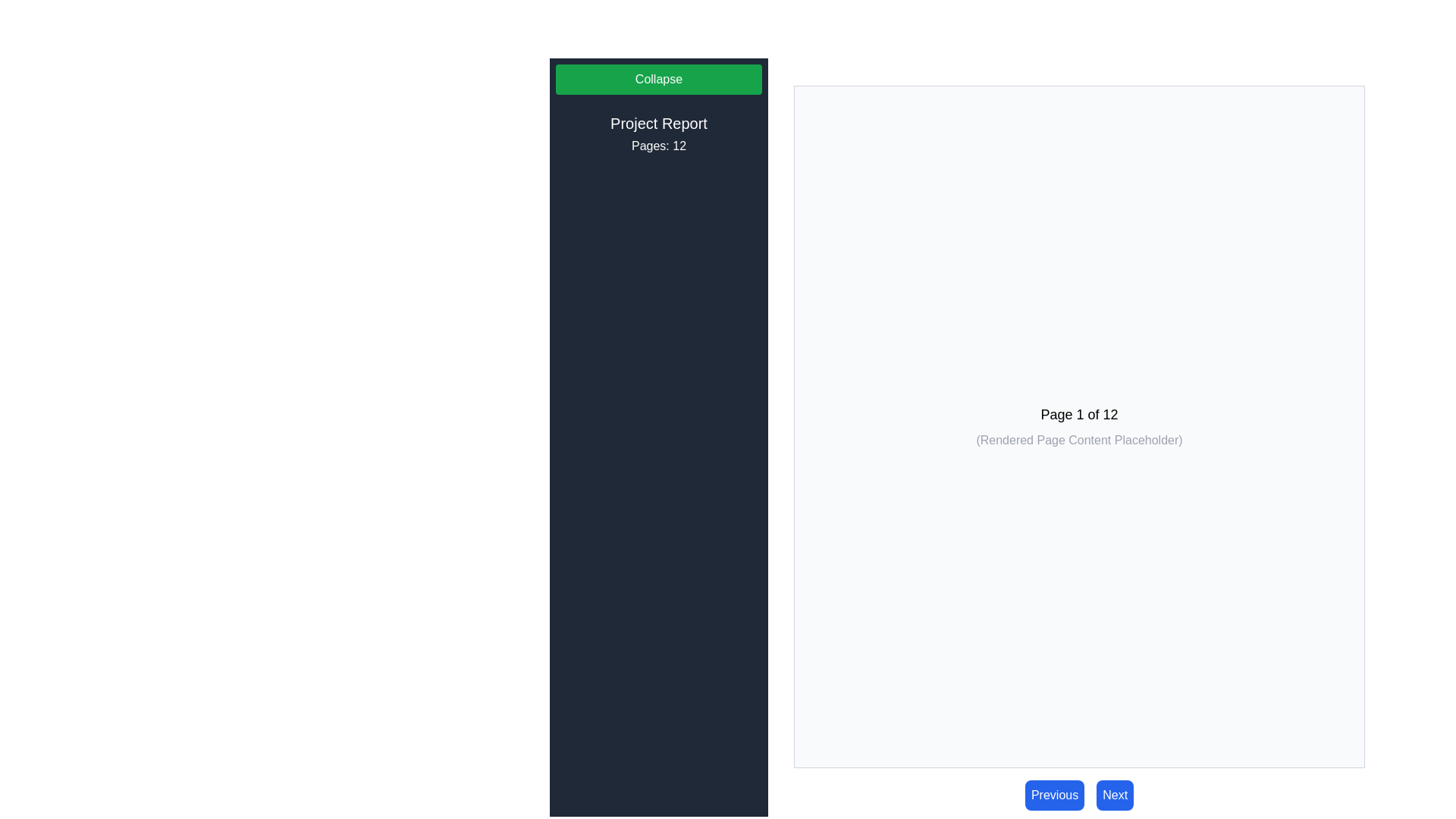 This screenshot has height=819, width=1456. I want to click on the static text label located in the left panel beneath the 'Collapse' button, which serves as a title or header for a section, so click(658, 122).